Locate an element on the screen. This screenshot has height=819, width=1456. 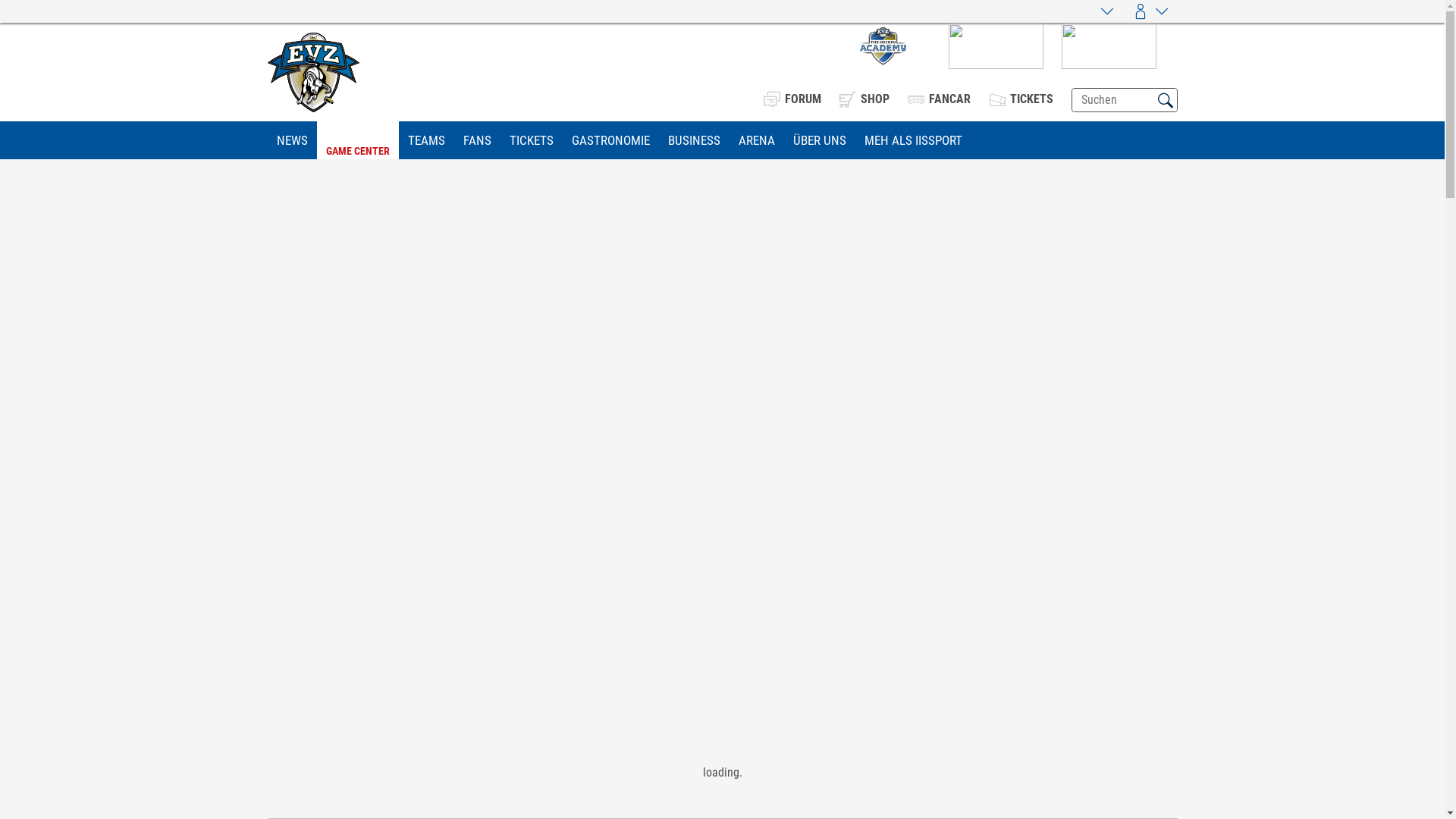
'MEH ALS IISSPORT' is located at coordinates (912, 140).